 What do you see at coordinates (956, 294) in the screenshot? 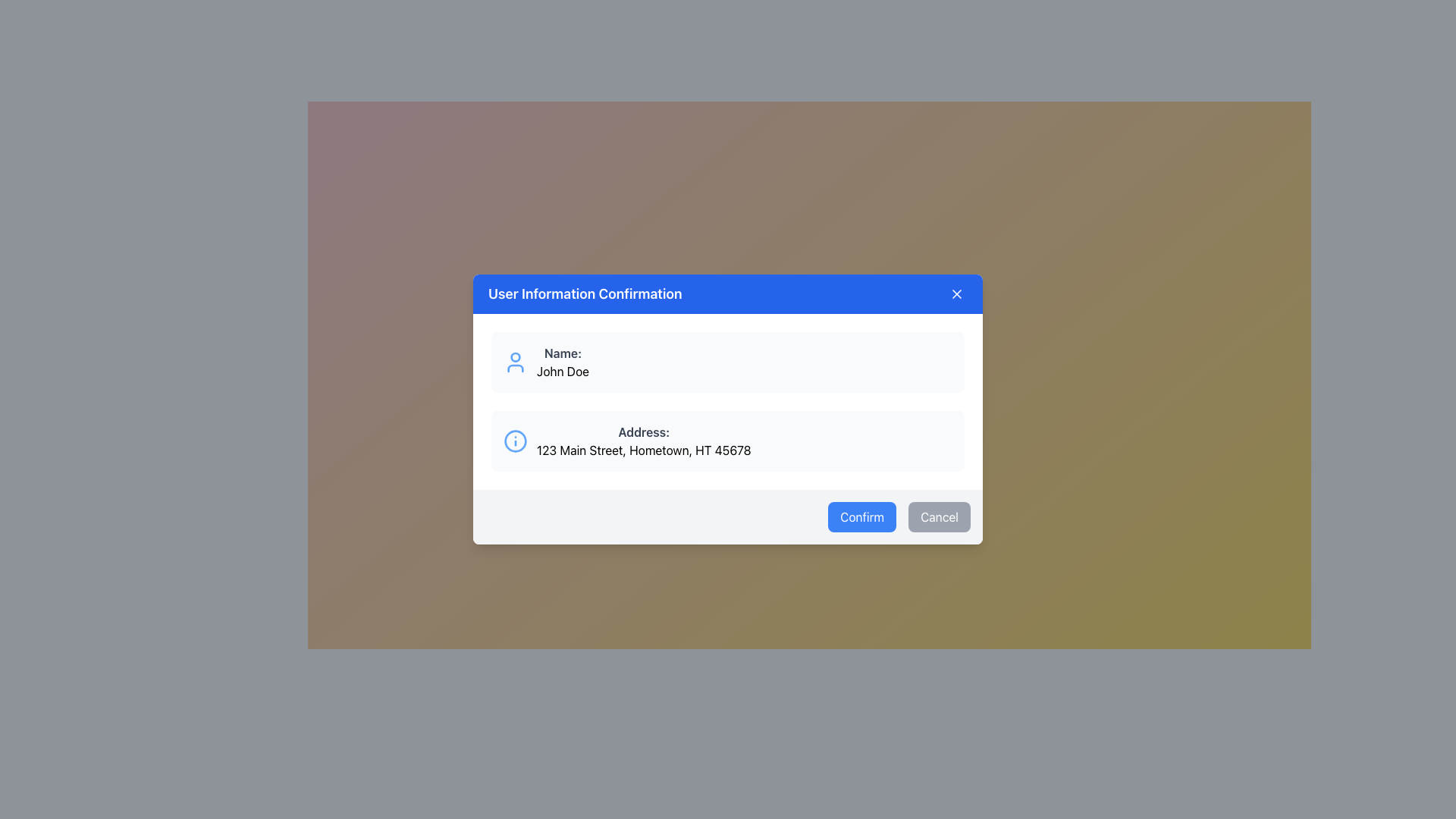
I see `the small blue button with an 'X' icon in the top-right corner of the modal dialog` at bounding box center [956, 294].